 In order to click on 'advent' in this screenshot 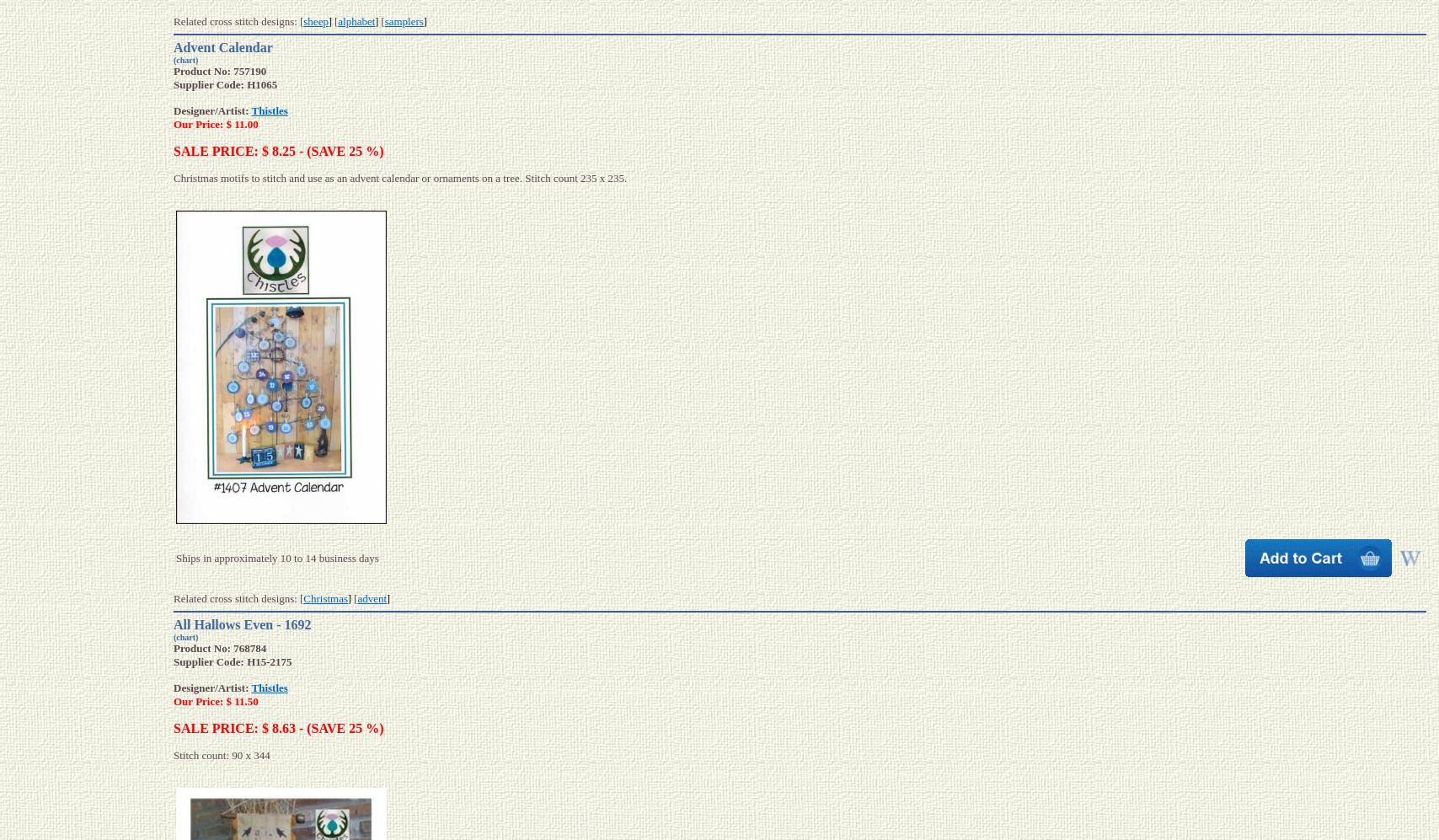, I will do `click(372, 597)`.